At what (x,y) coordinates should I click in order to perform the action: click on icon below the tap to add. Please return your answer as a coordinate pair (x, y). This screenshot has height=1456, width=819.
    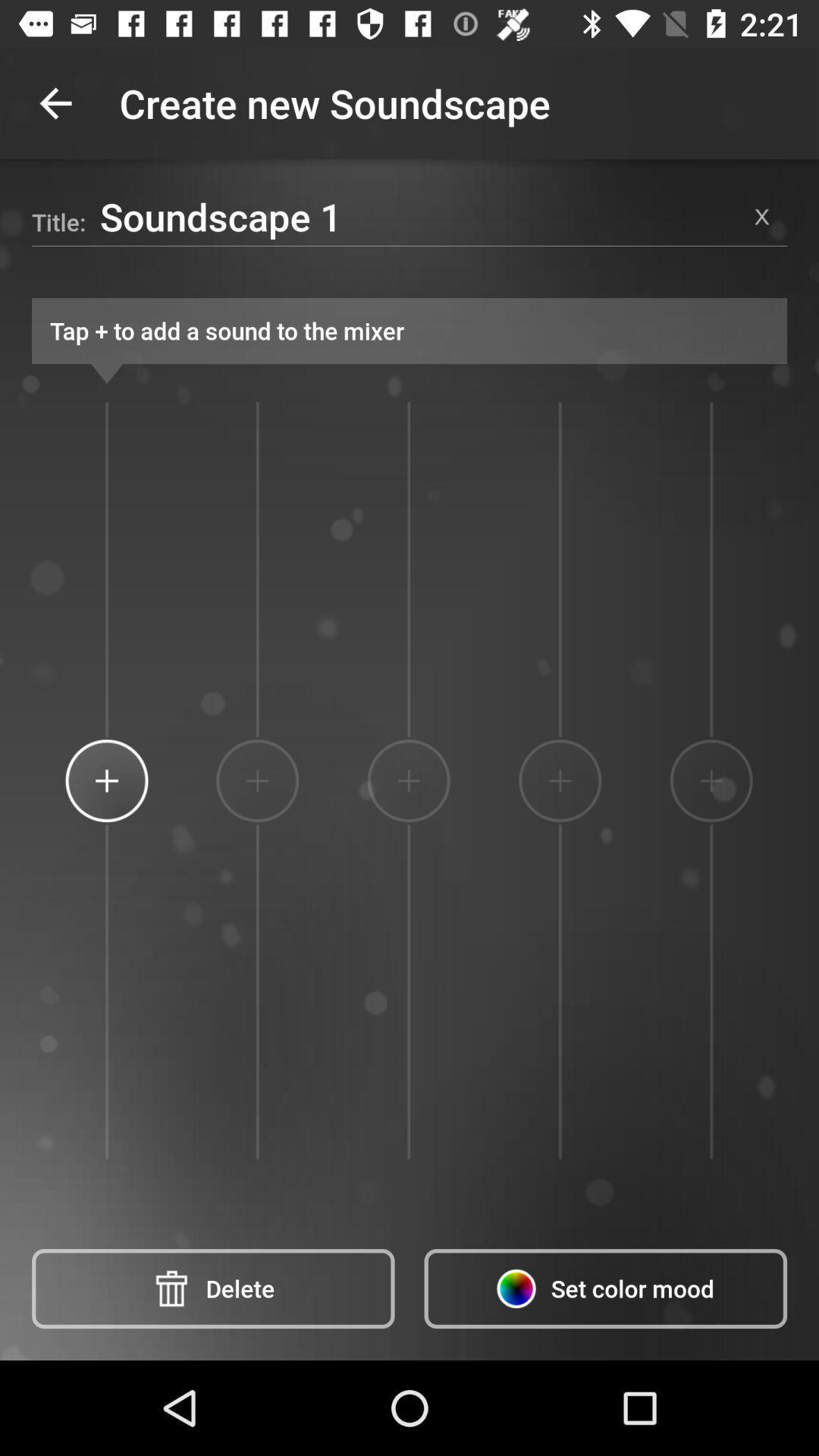
    Looking at the image, I should click on (711, 780).